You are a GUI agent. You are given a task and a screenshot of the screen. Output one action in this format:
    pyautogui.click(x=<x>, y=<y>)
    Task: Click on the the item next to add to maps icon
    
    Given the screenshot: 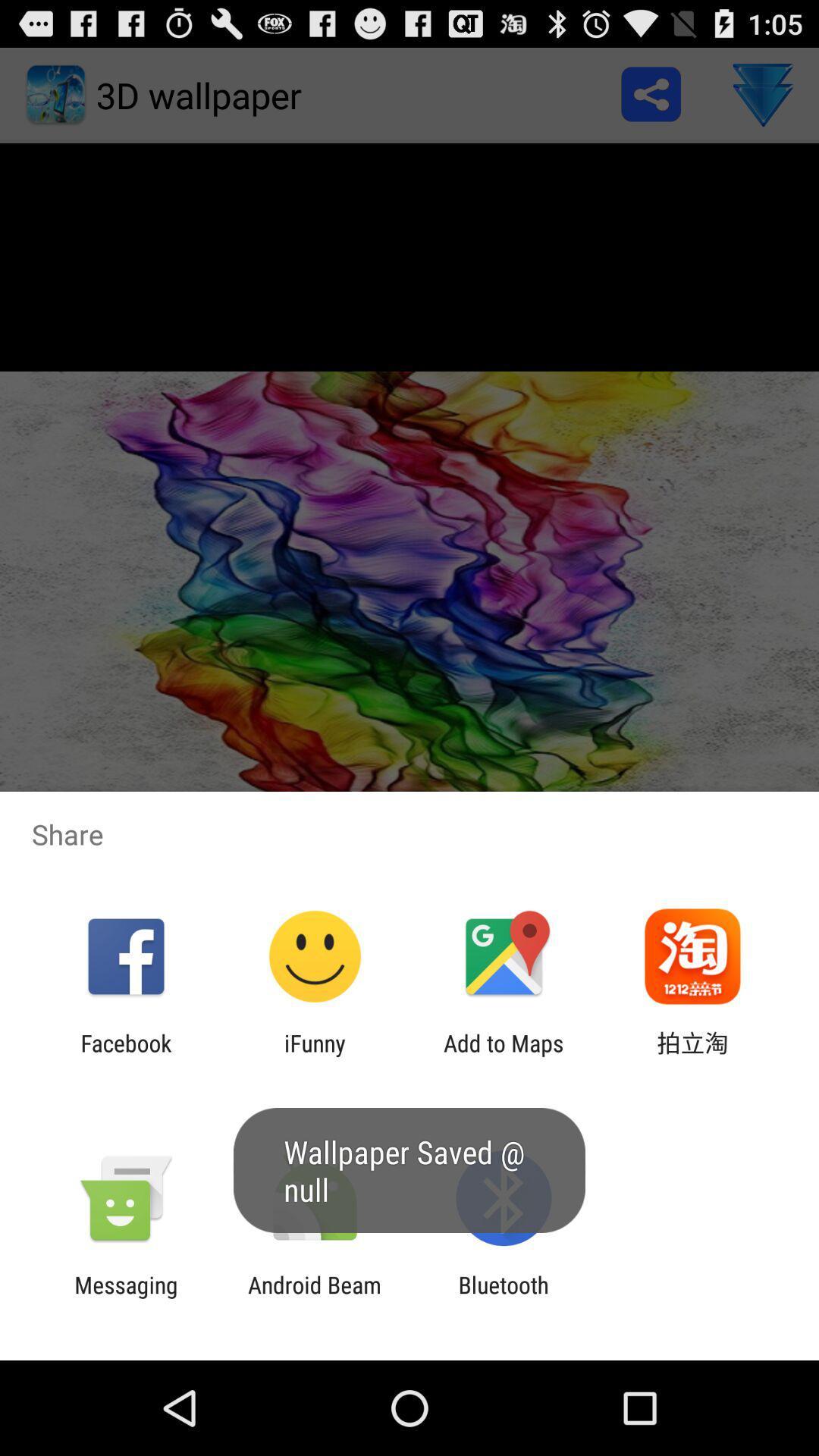 What is the action you would take?
    pyautogui.click(x=692, y=1056)
    